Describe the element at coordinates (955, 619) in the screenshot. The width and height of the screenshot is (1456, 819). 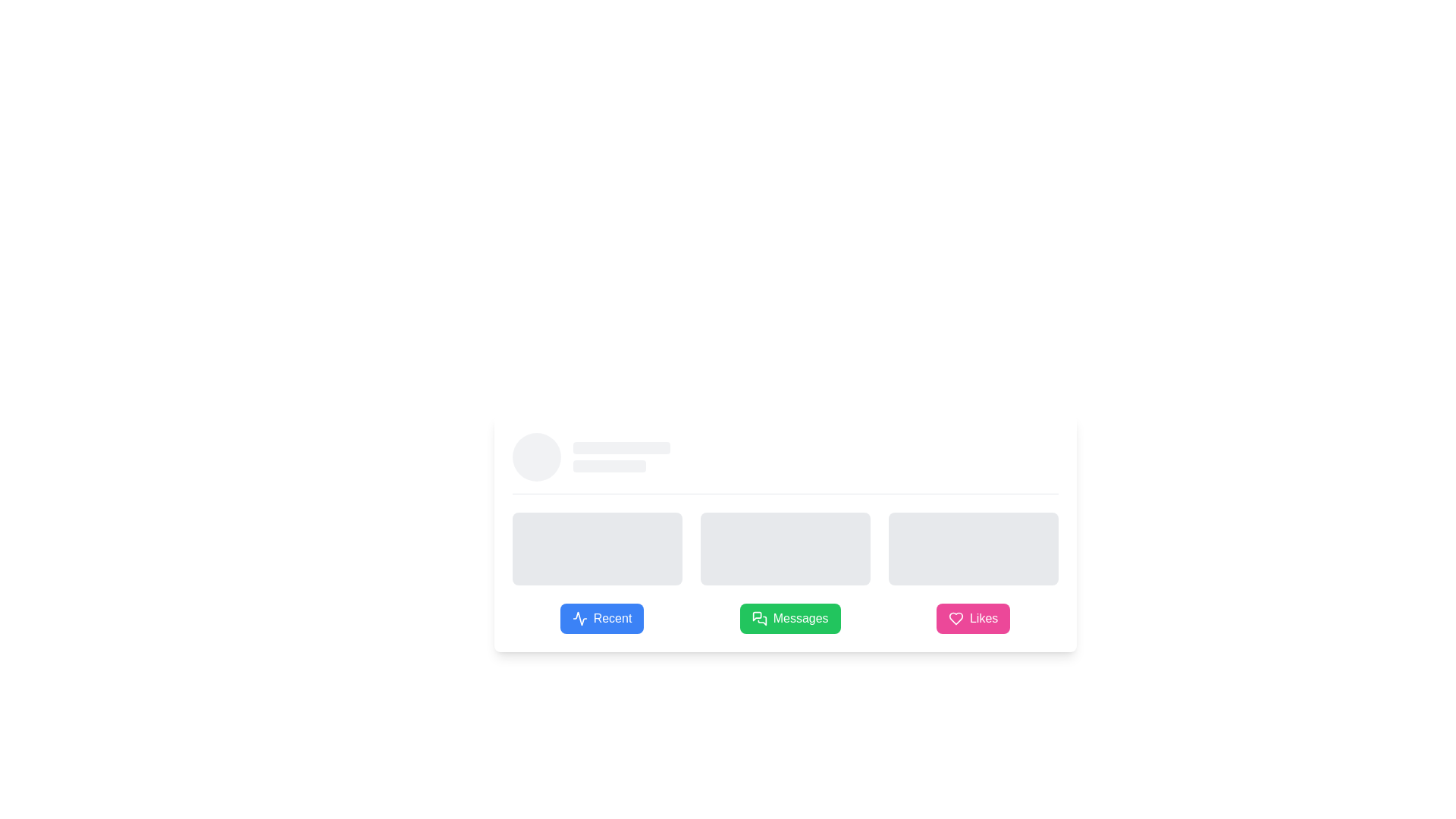
I see `the heart icon within the 'Likes' button, which is the third button among 'Recent', 'Messages', and 'Likes' at the bottom-right of the interface` at that location.